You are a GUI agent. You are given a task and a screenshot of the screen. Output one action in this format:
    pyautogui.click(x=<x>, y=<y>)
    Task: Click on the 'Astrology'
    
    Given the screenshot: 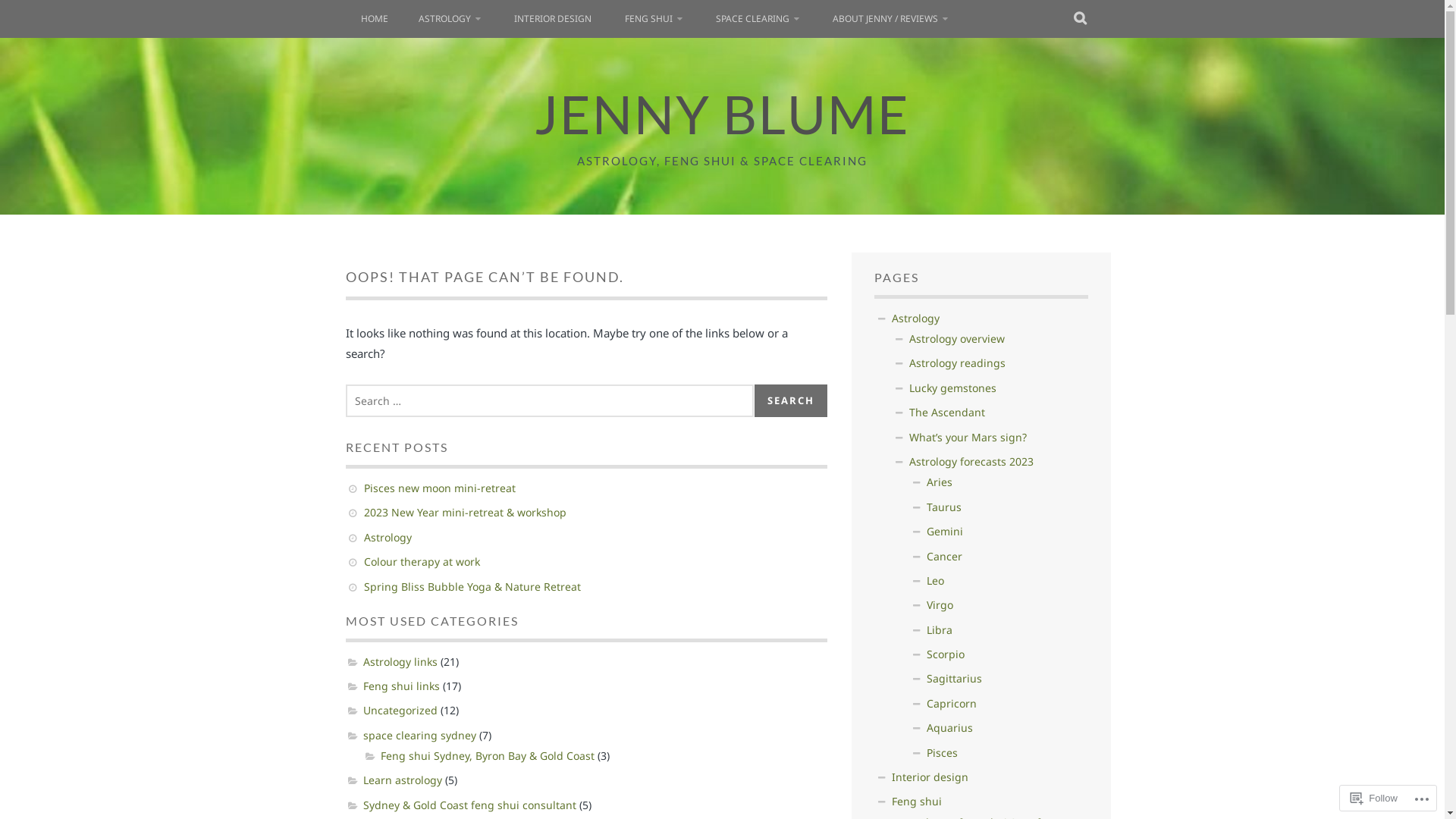 What is the action you would take?
    pyautogui.click(x=388, y=536)
    